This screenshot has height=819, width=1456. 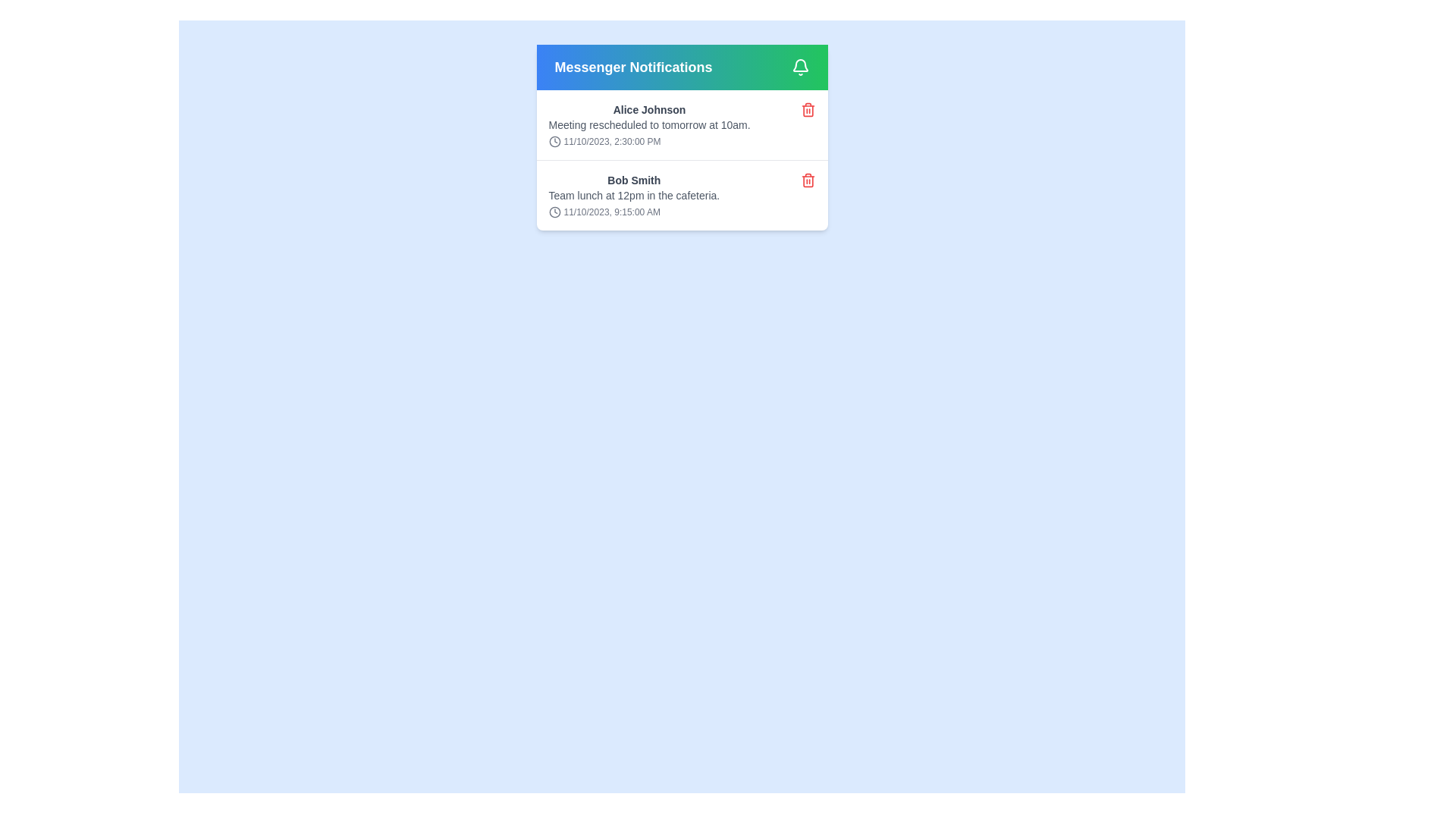 What do you see at coordinates (554, 141) in the screenshot?
I see `the circular clock icon with thin black outlines located to the left of the timestamp '11/10/2023, 2:30:00 PM' in the first notification card` at bounding box center [554, 141].